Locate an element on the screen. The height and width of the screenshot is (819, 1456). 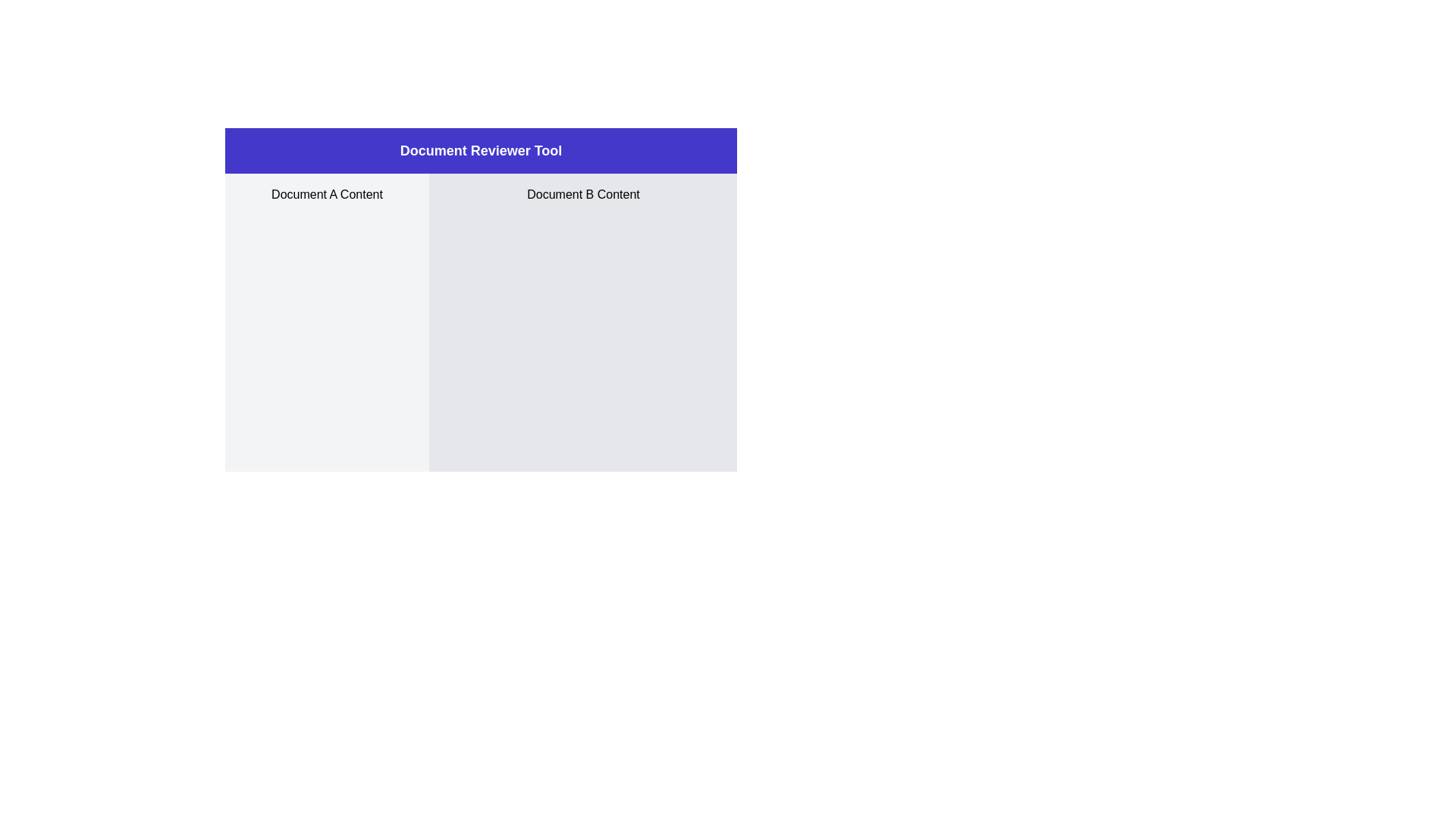
the 'Document B Content' label, which is displayed in bold text on a light gray background in the upper right section of the interface is located at coordinates (582, 194).